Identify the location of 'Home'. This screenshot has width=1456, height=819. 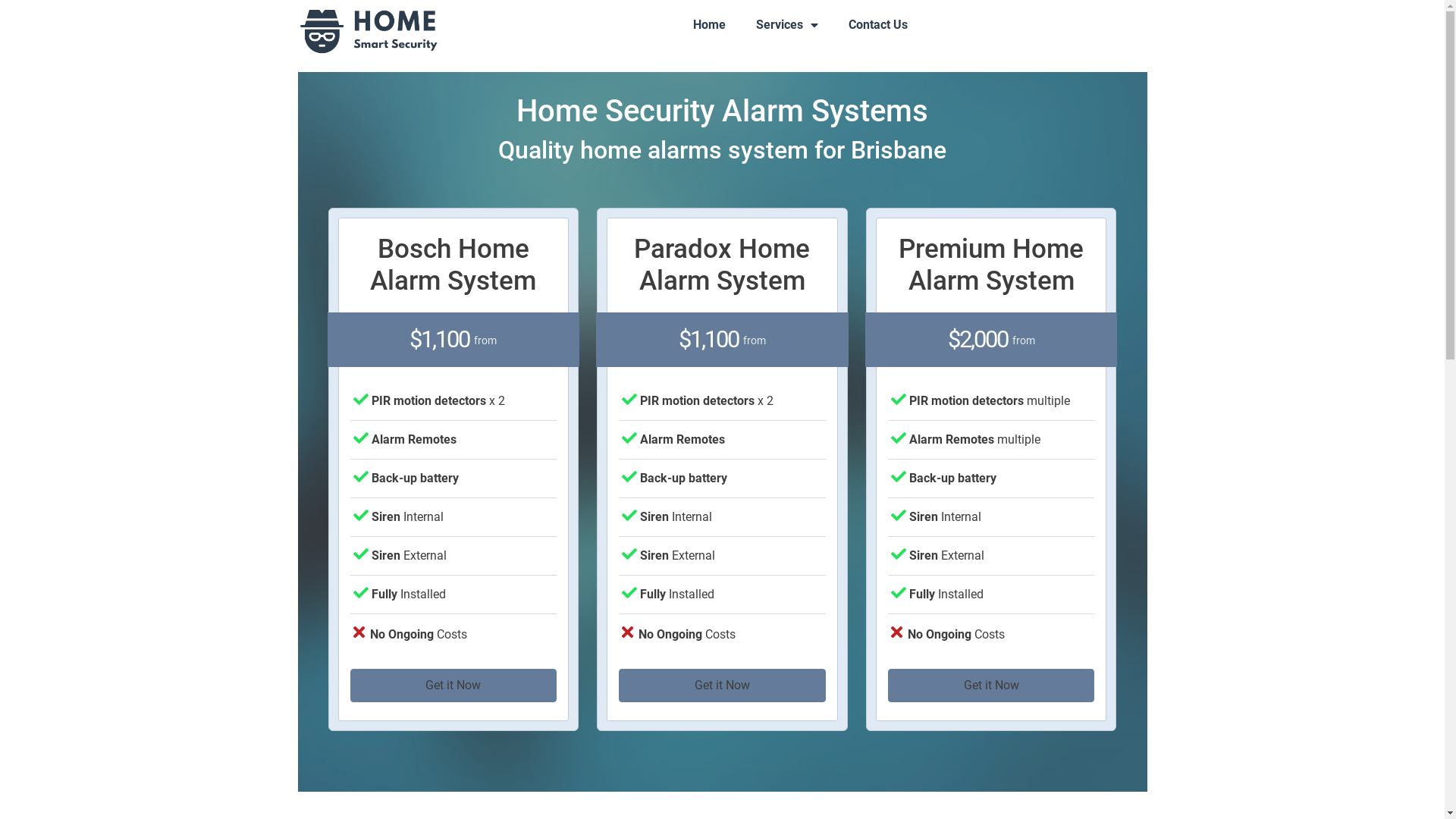
(708, 25).